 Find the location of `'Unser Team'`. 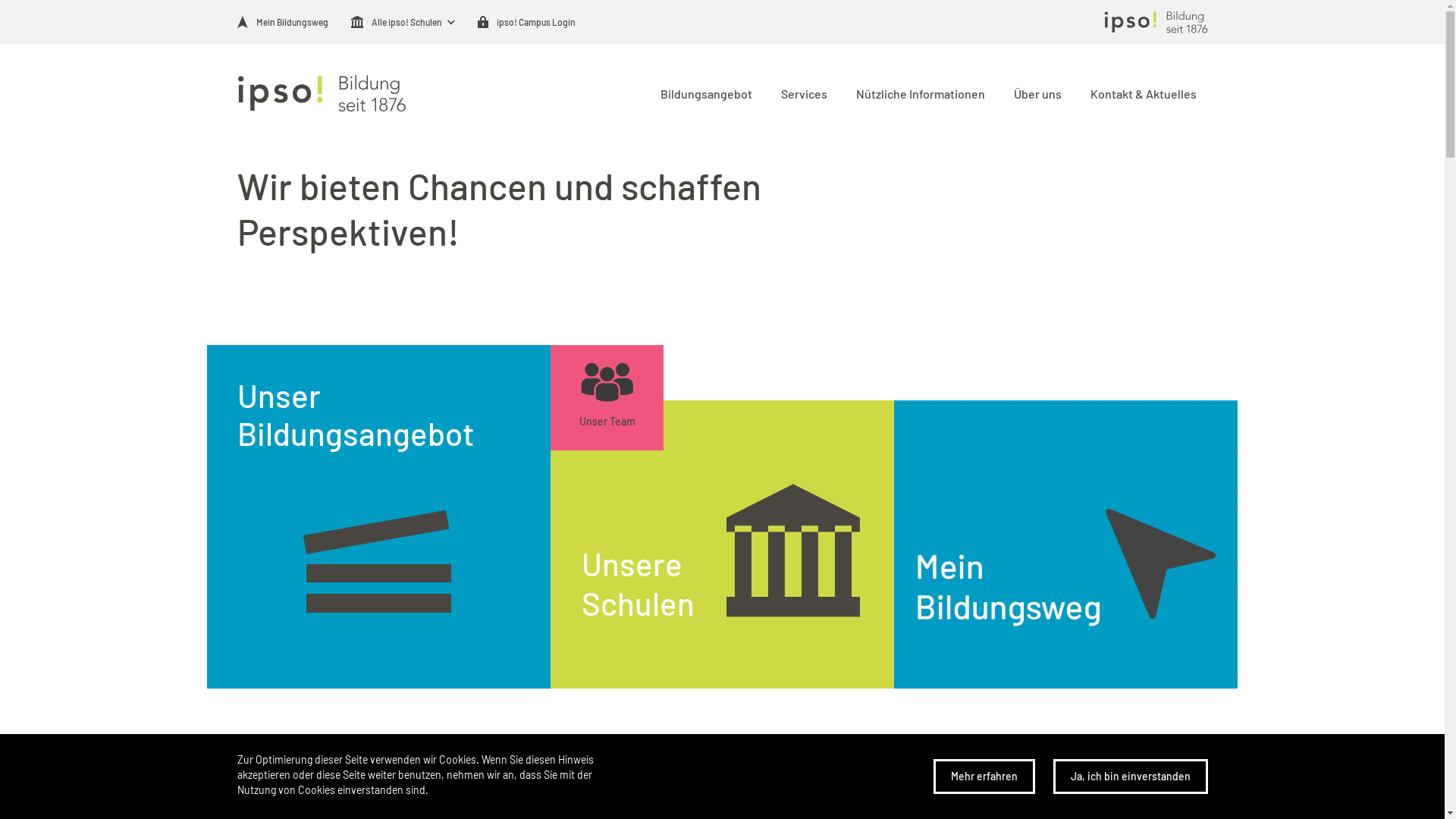

'Unser Team' is located at coordinates (607, 397).